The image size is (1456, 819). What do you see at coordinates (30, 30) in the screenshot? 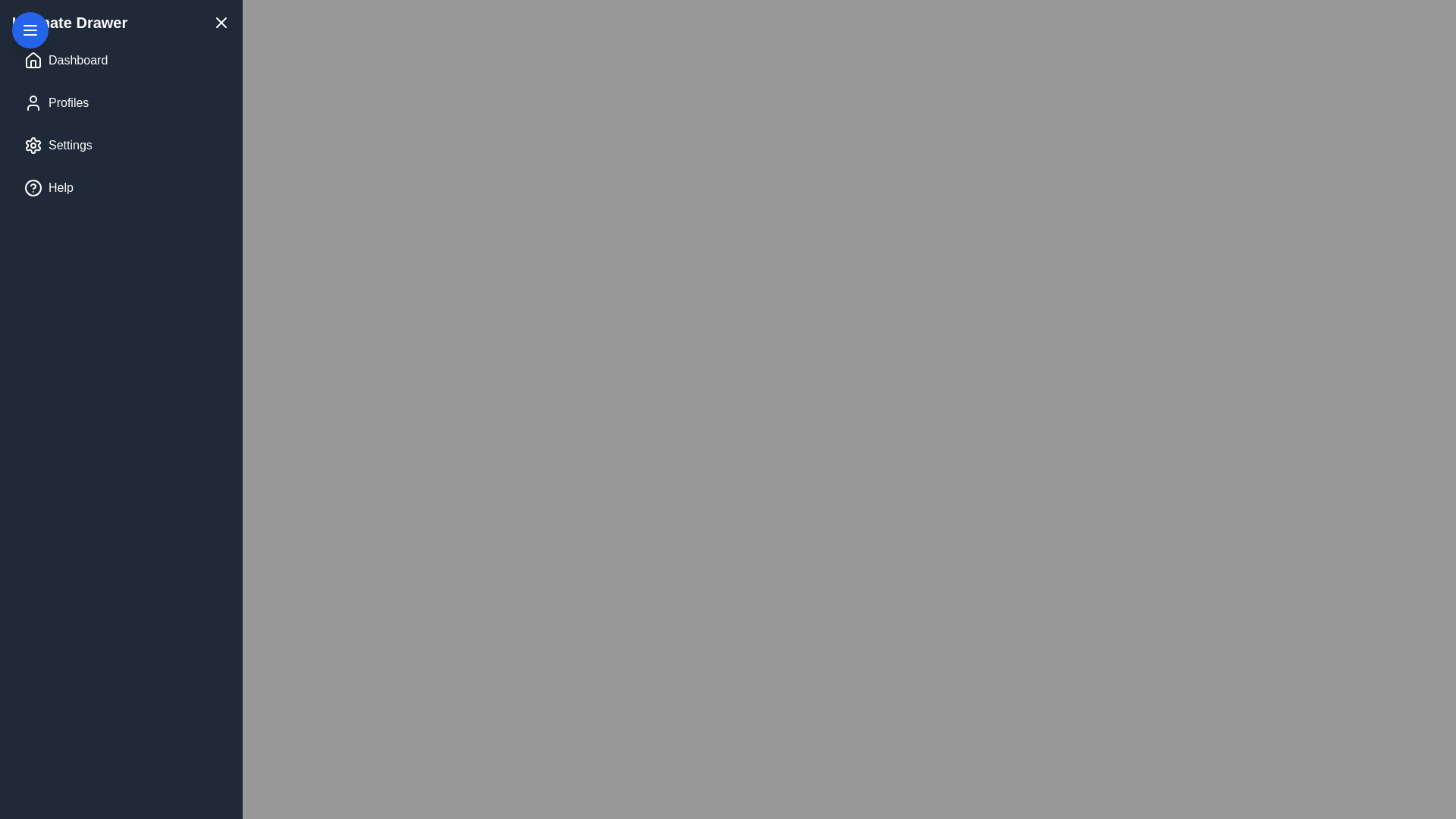
I see `the circular blue button with a white menu icon located in the top-left corner of the sidebar, above the 'Ultimate Drawer' text label` at bounding box center [30, 30].